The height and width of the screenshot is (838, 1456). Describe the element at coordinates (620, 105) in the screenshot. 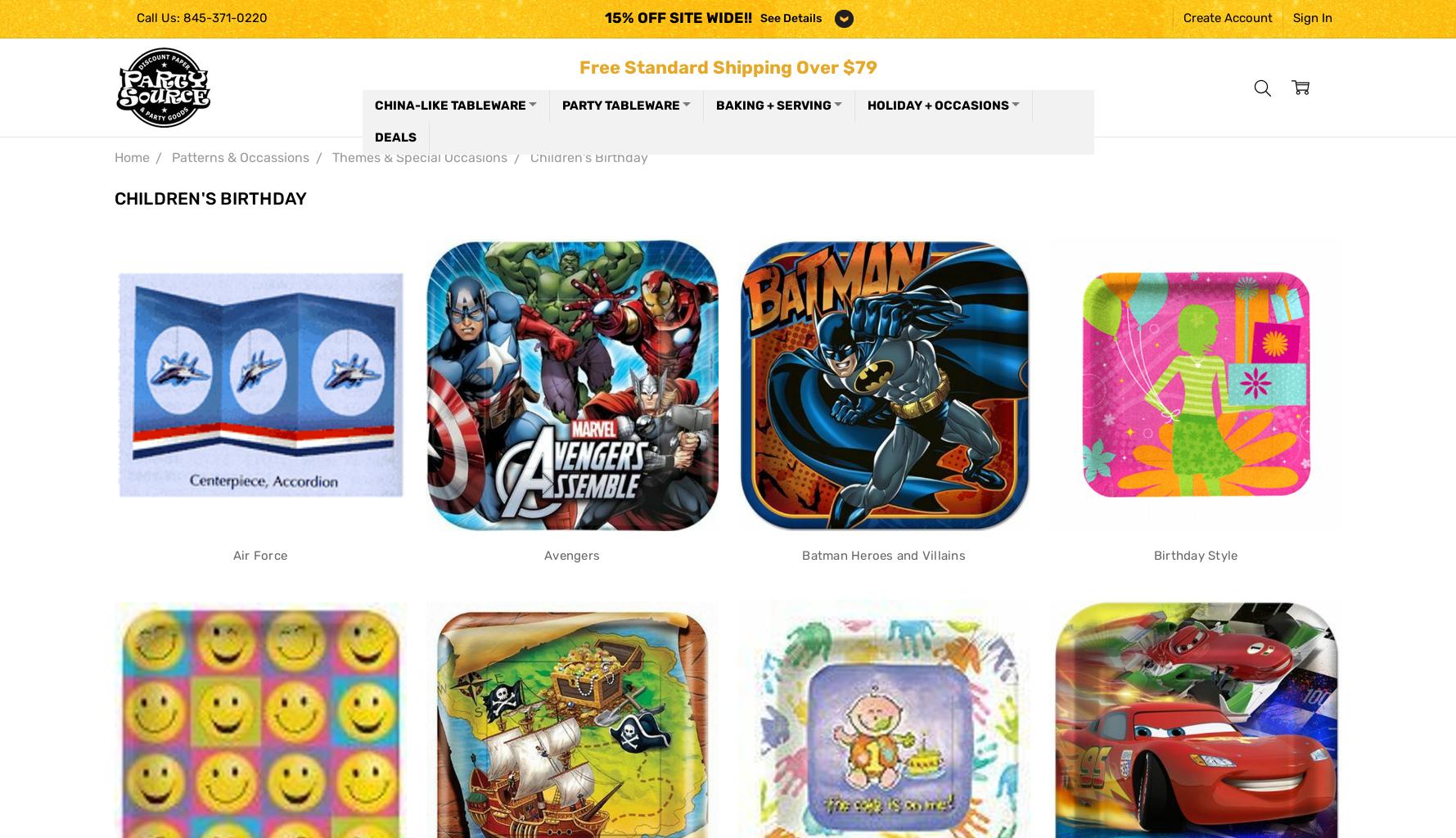

I see `'Party Tableware'` at that location.